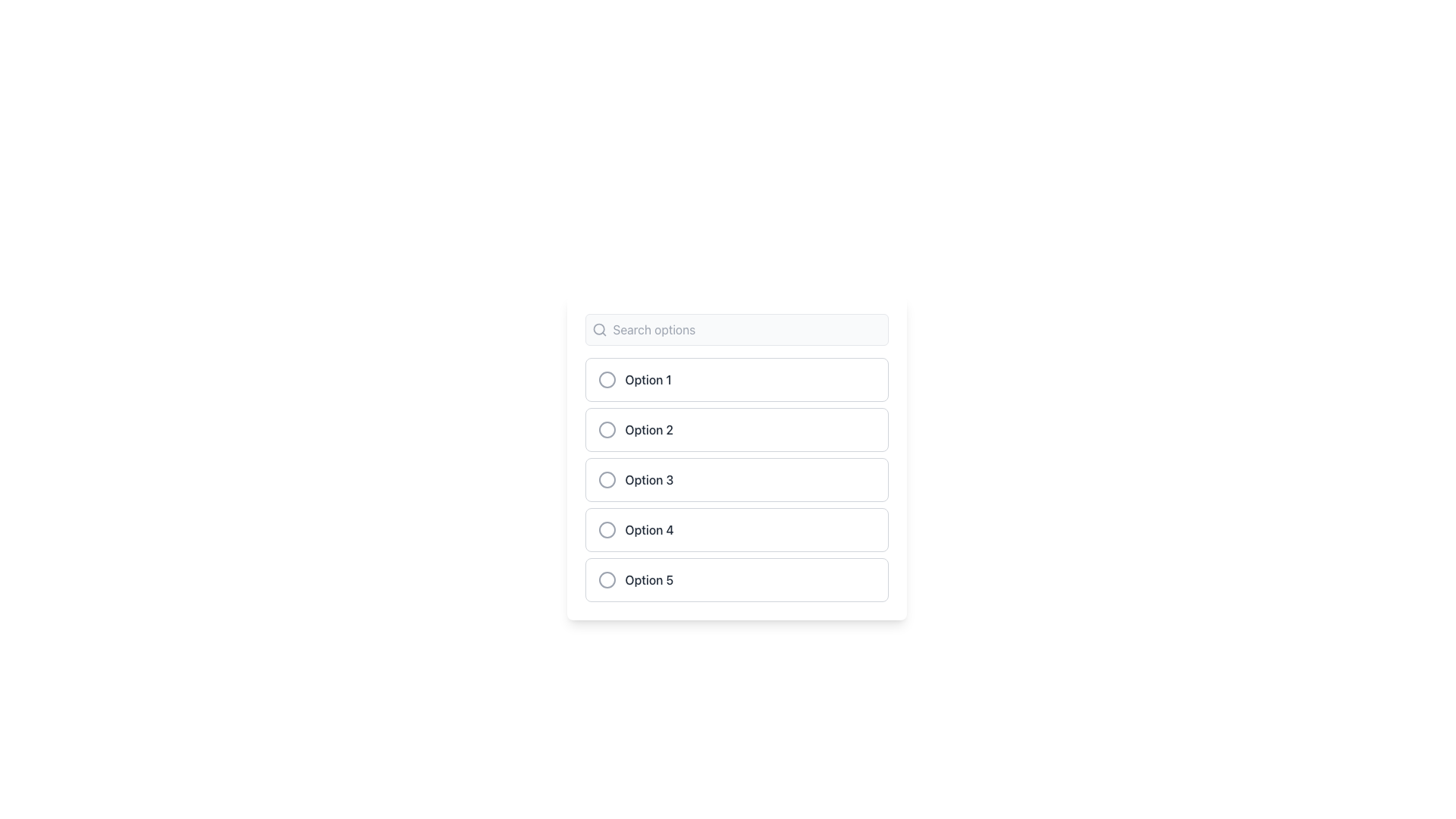 The image size is (1456, 819). Describe the element at coordinates (607, 430) in the screenshot. I see `the radio button for 'Option 2'` at that location.